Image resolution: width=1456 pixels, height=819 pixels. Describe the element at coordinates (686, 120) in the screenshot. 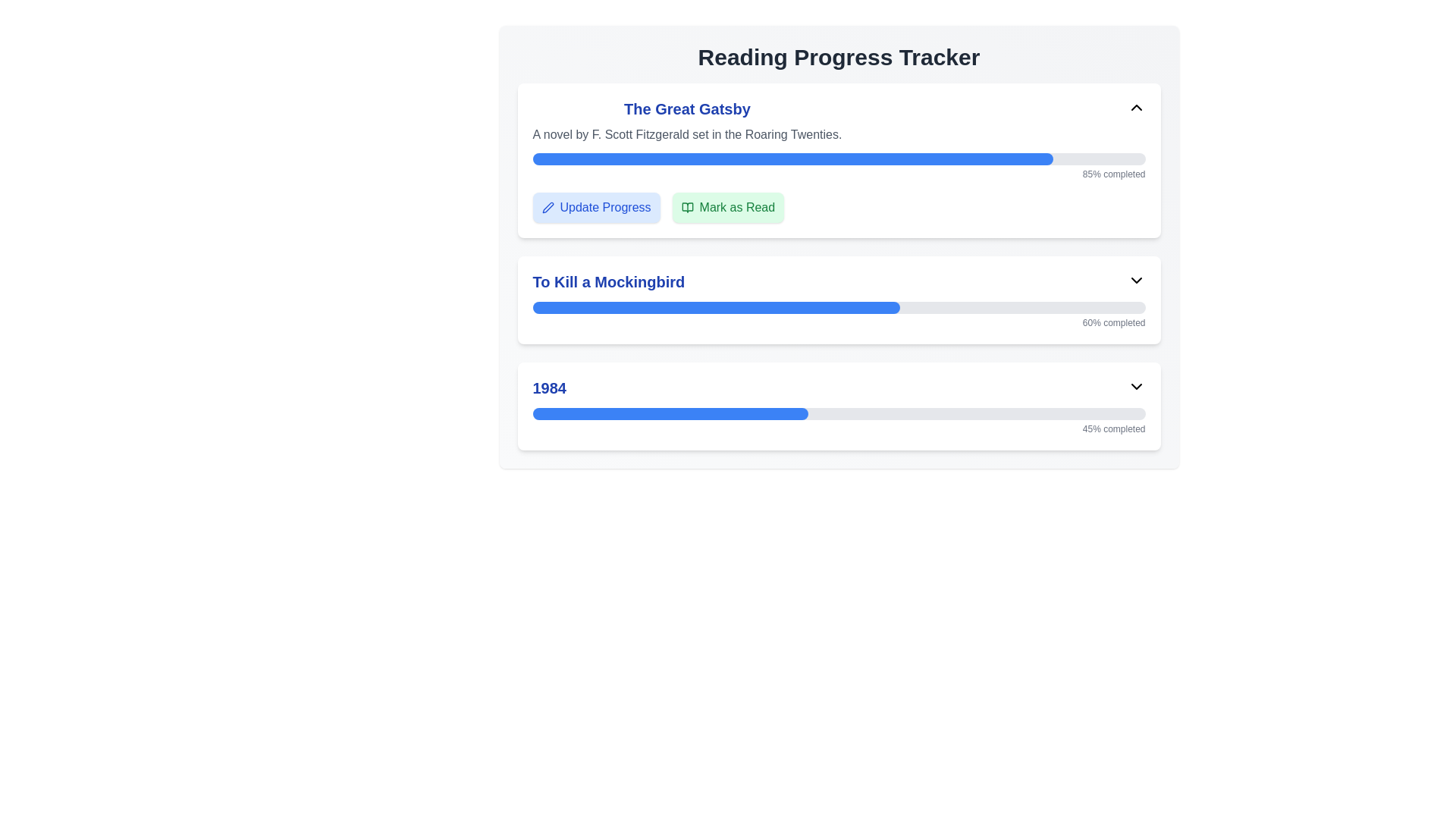

I see `title and description of the book 'The Great Gatsby' displayed in the text block located near the top of the first book entry in the 'Reading Progress Tracker' interface` at that location.